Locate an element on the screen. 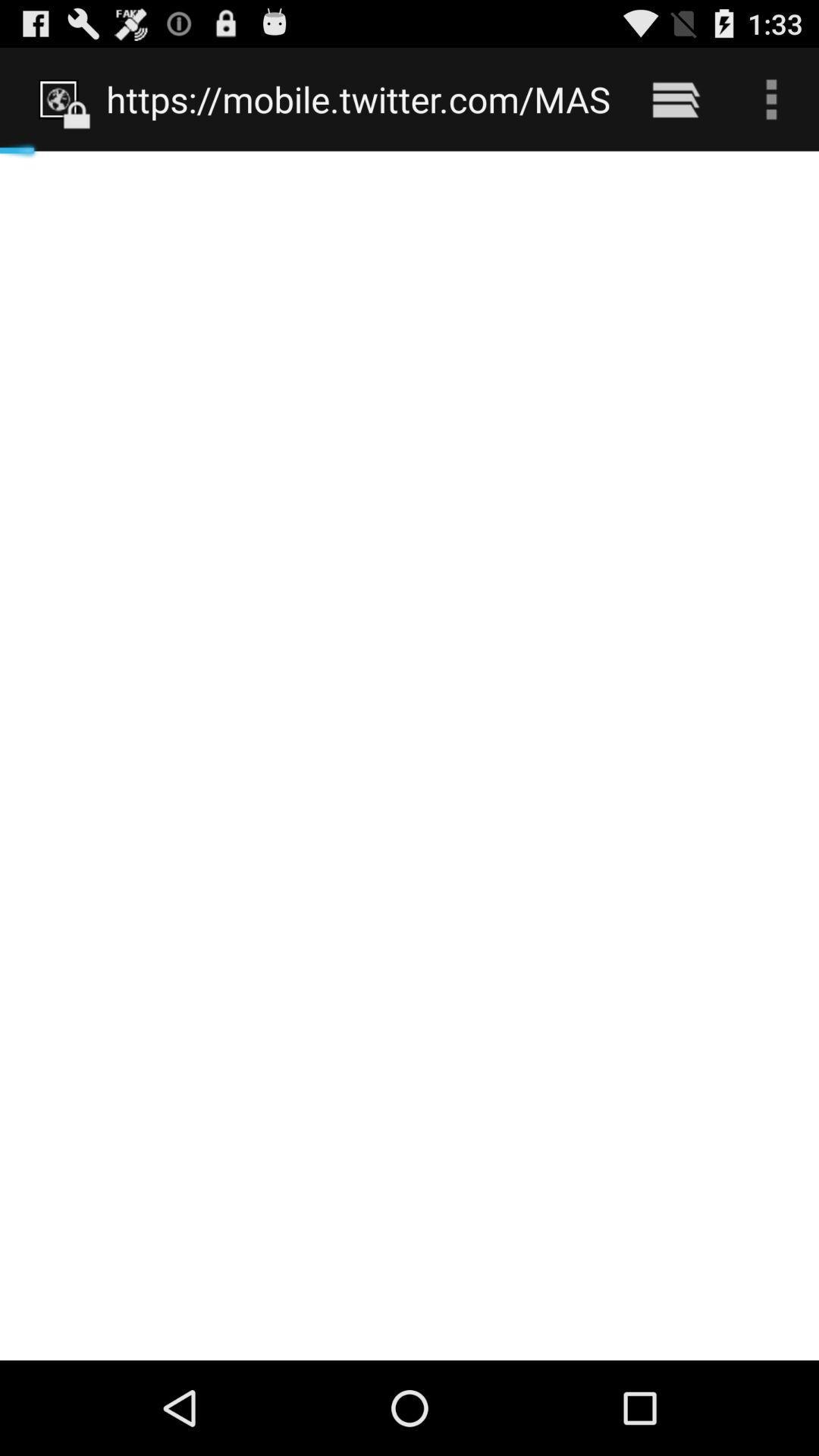 The width and height of the screenshot is (819, 1456). item next to https mobile twitter is located at coordinates (675, 99).